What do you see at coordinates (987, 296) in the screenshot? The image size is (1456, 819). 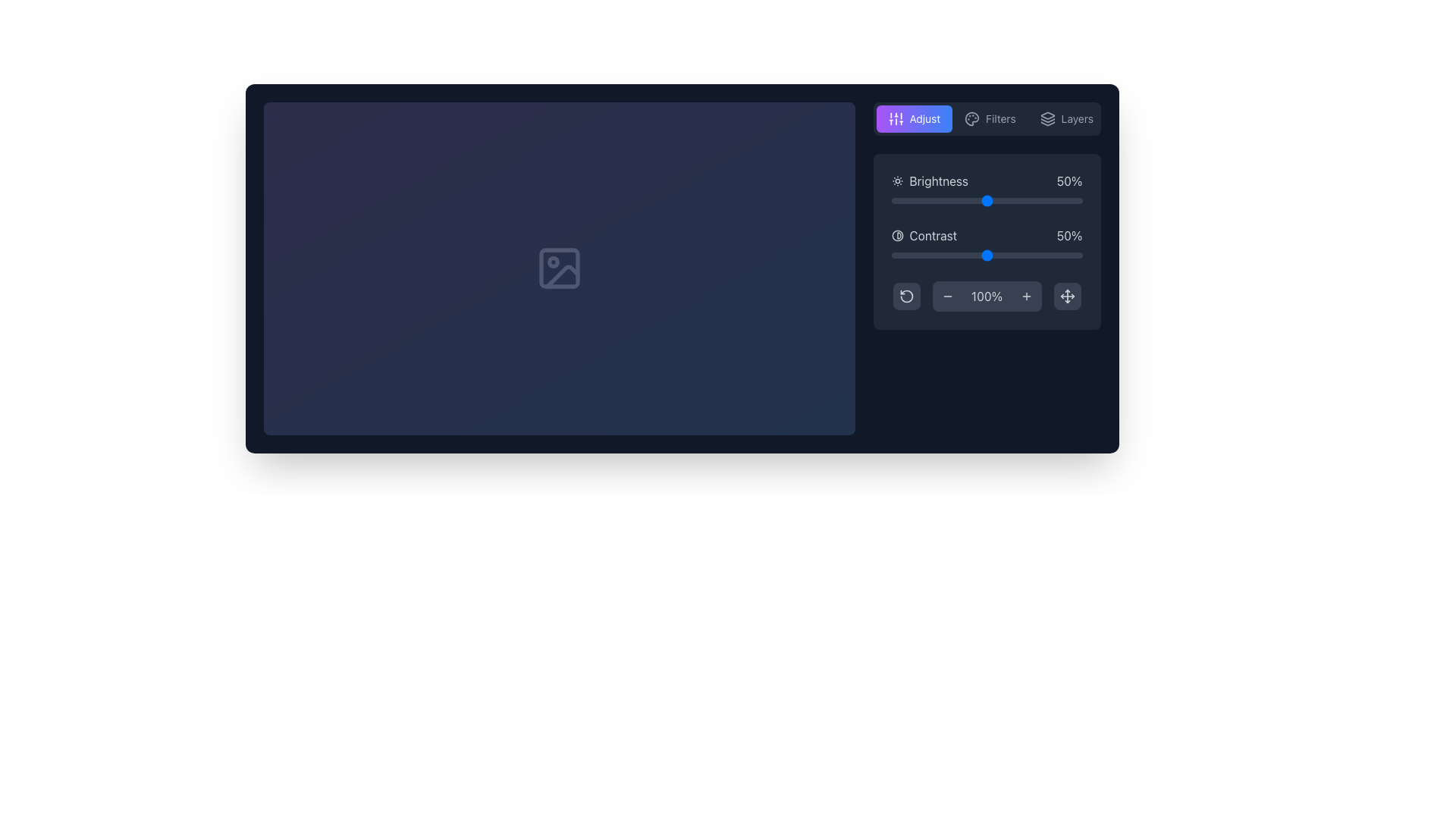 I see `the informational text component displaying the current zoom level of '100%' located in the lower-right section of the interface` at bounding box center [987, 296].